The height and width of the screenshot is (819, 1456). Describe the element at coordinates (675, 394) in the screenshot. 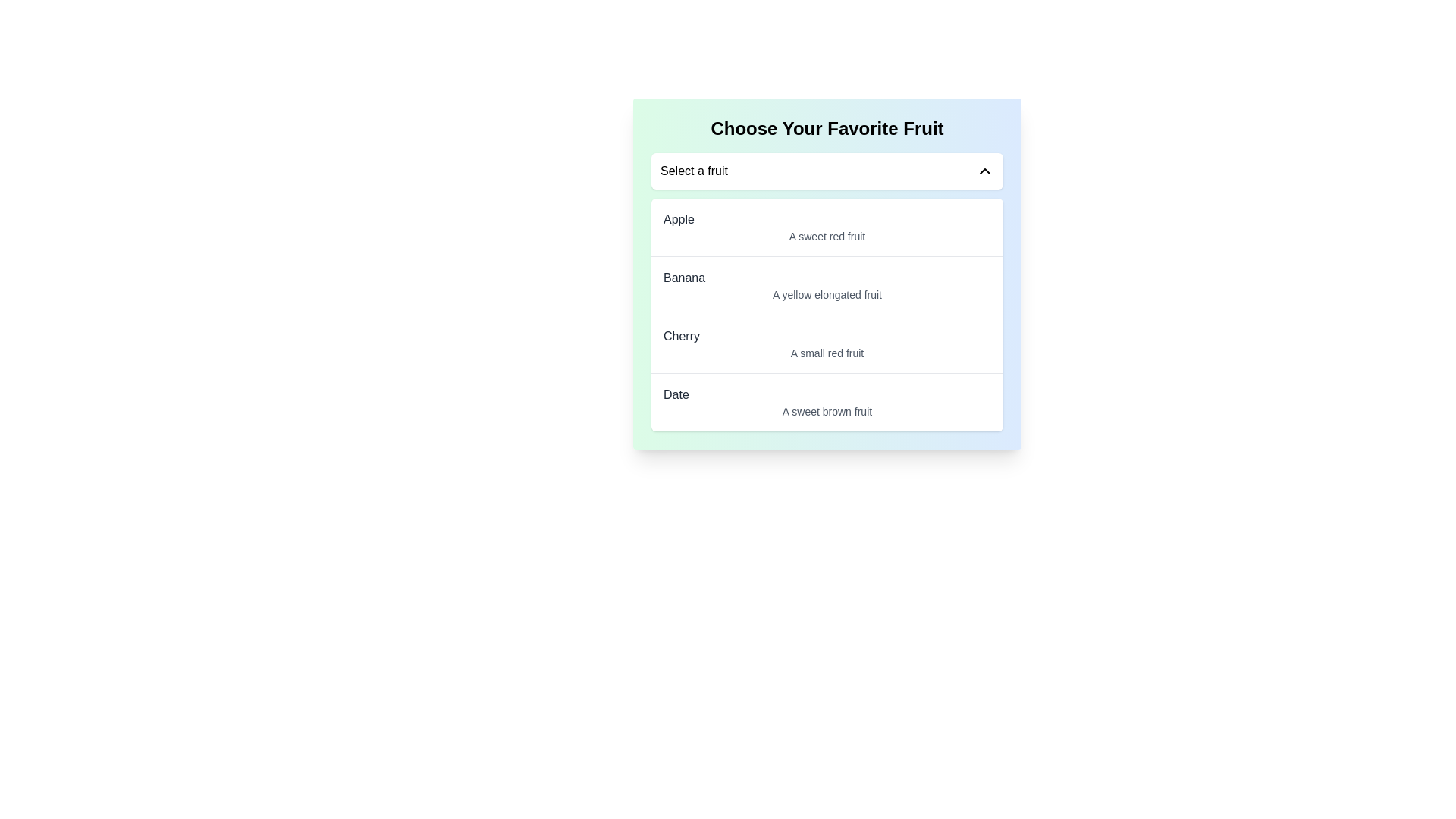

I see `the text label that identifies the fruit 'Date' in the dropdown menu, which is located in the bottom row under 'Cherry'` at that location.